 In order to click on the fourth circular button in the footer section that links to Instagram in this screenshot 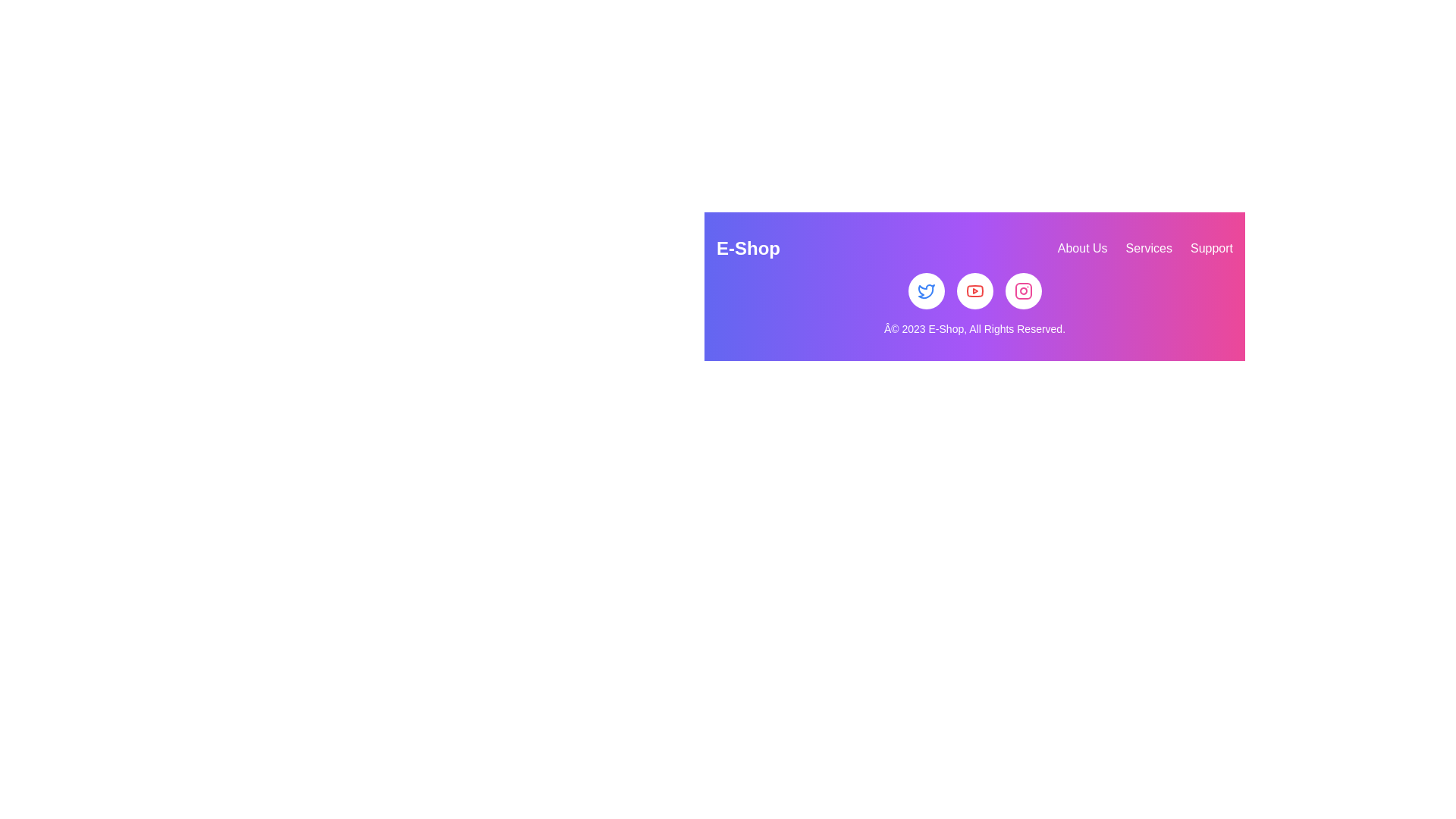, I will do `click(1023, 291)`.